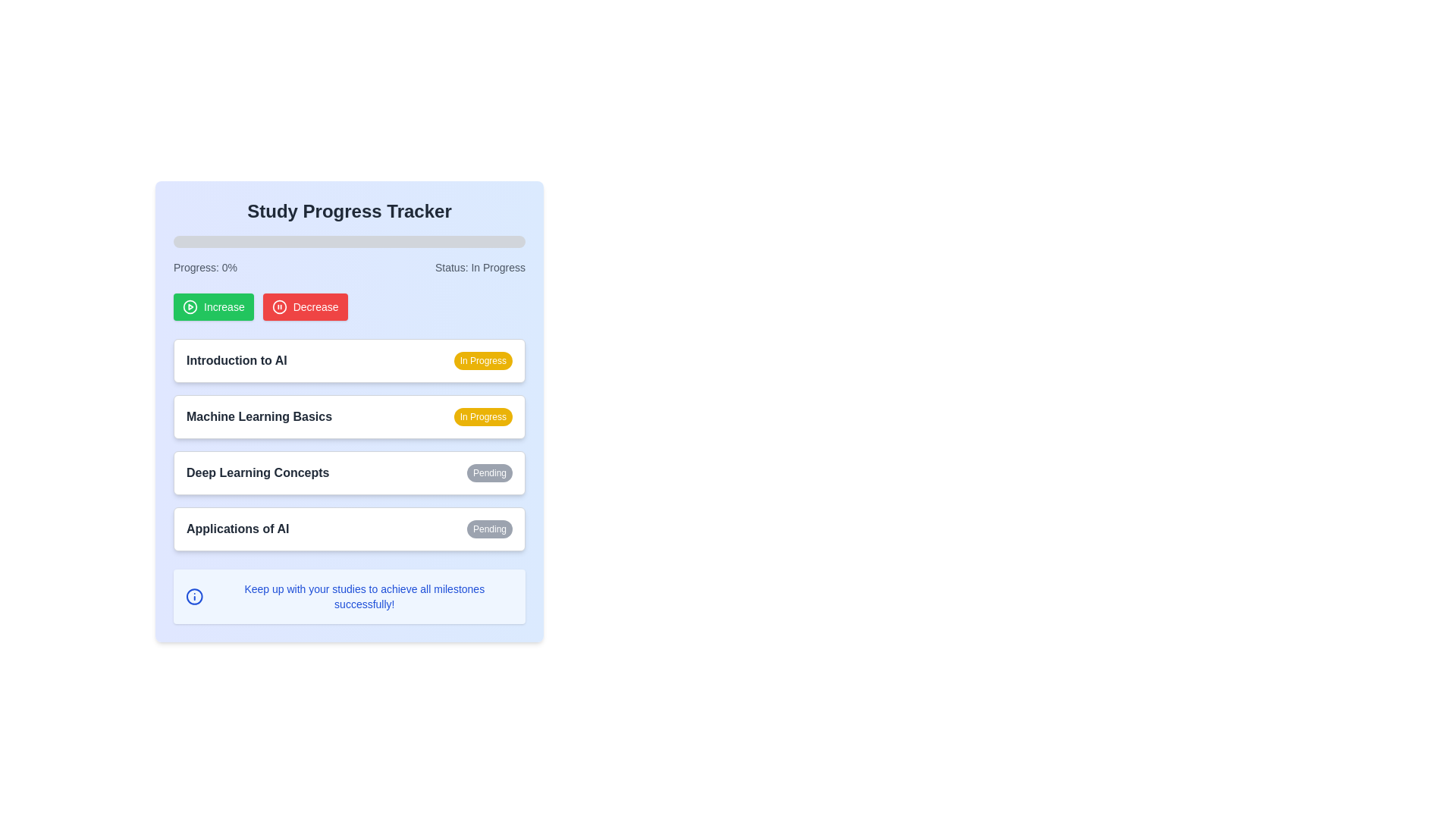  Describe the element at coordinates (212, 307) in the screenshot. I see `the first button located near the top of the interface, which is intended to increase the progress value displayed` at that location.